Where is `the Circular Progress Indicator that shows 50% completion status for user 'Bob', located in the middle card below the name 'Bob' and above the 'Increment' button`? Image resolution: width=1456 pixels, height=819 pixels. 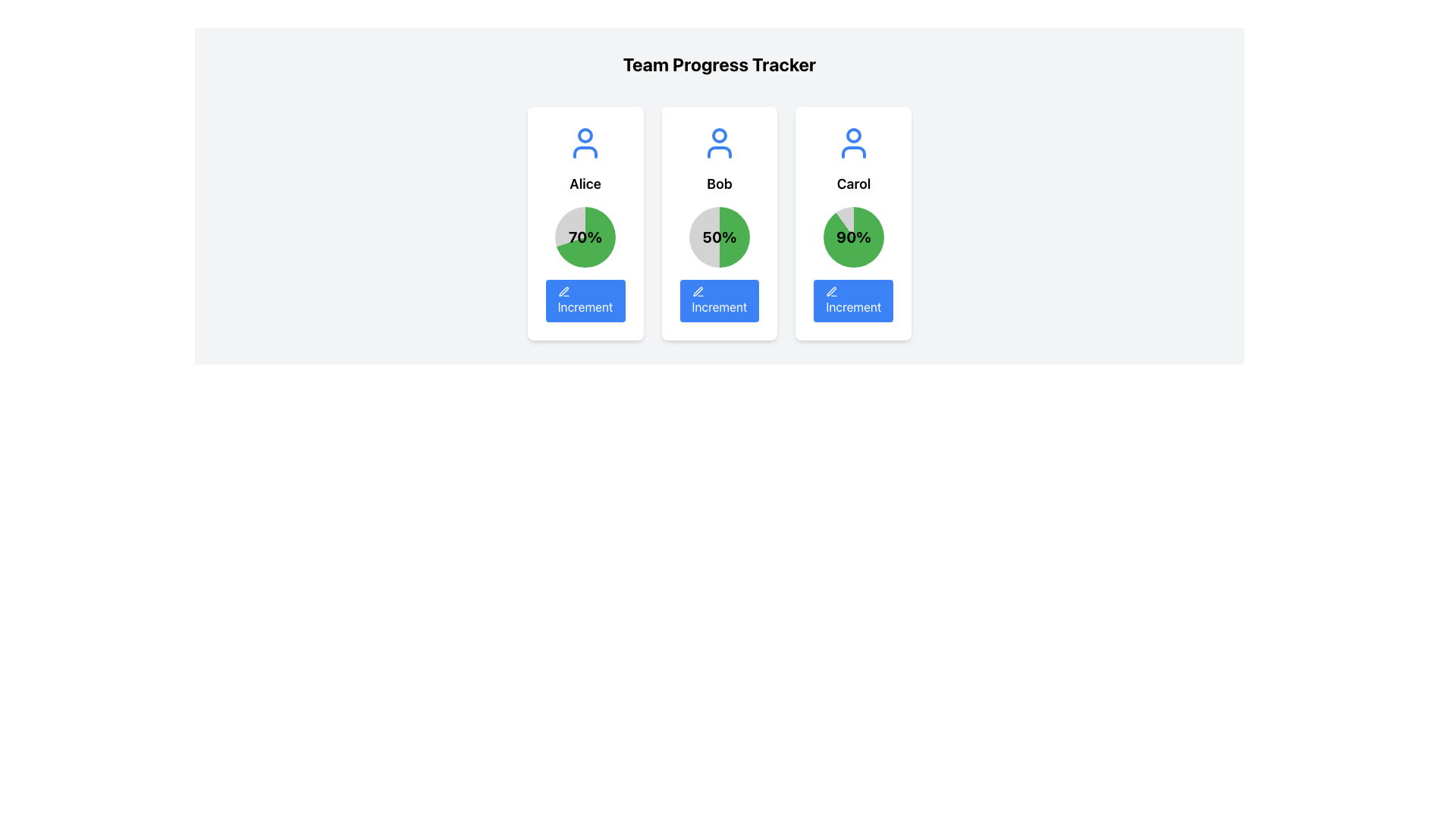
the Circular Progress Indicator that shows 50% completion status for user 'Bob', located in the middle card below the name 'Bob' and above the 'Increment' button is located at coordinates (719, 237).